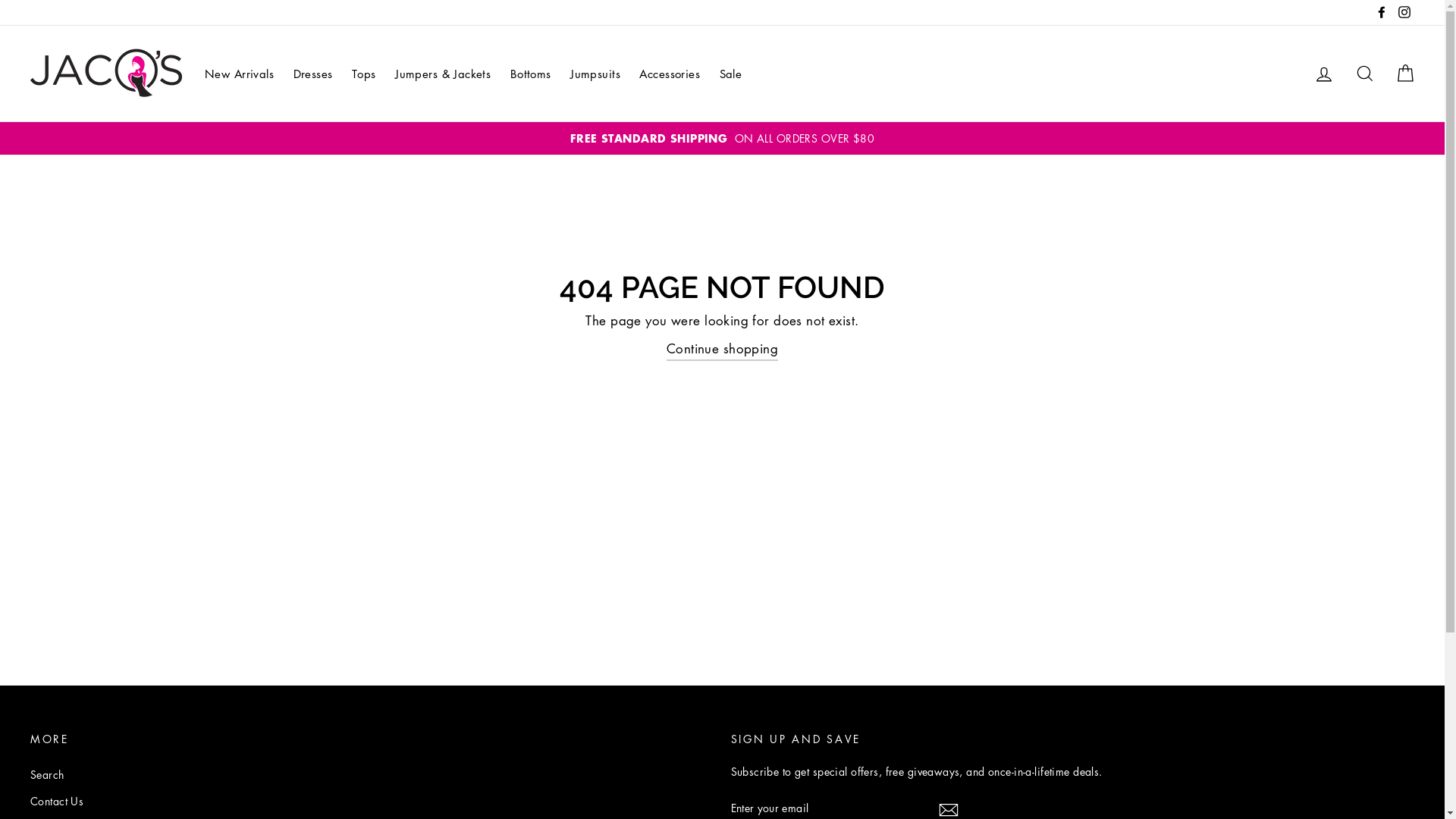  I want to click on 'Continue shopping', so click(721, 349).